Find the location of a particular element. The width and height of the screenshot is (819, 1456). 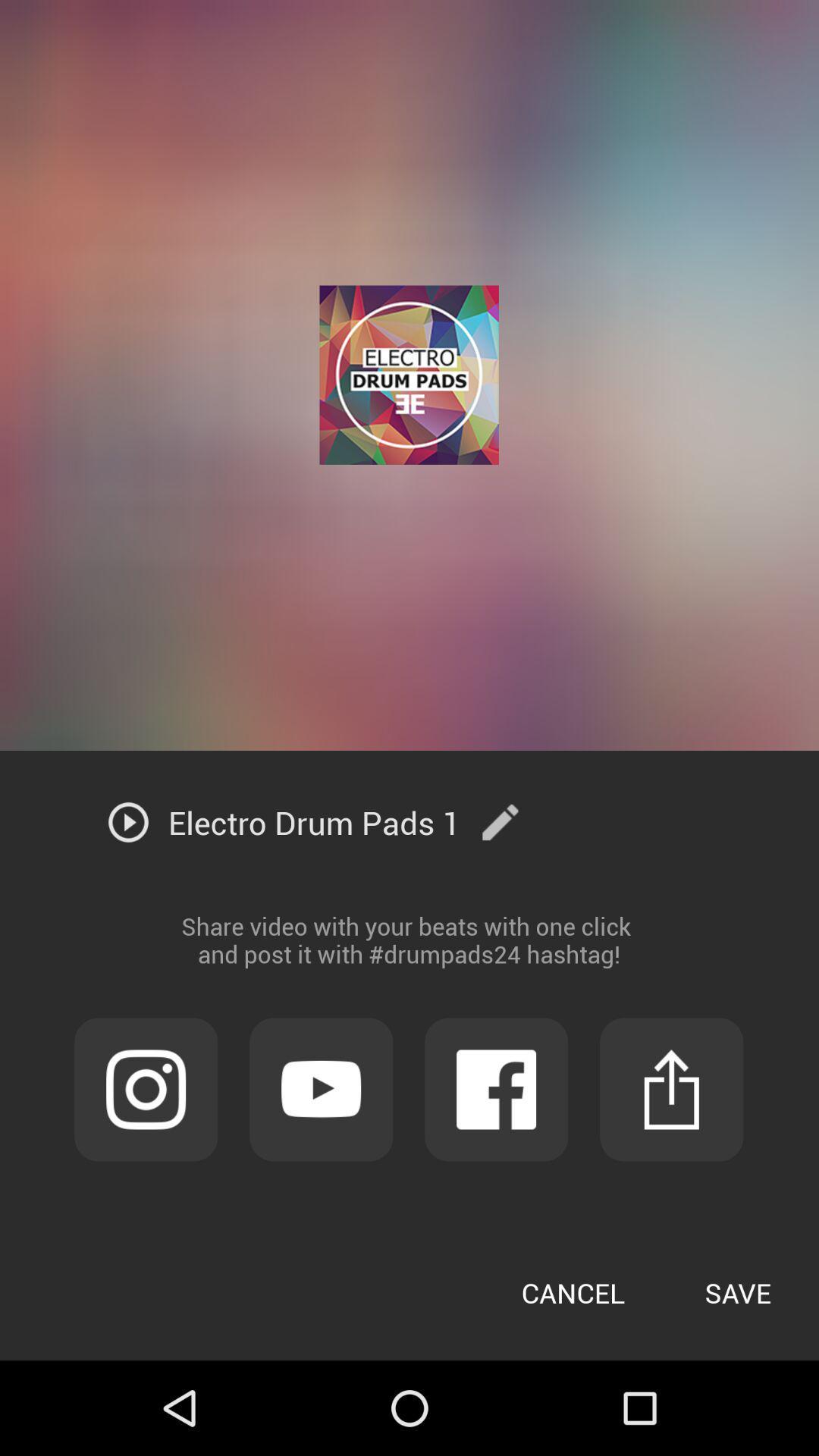

the launch icon is located at coordinates (670, 1165).